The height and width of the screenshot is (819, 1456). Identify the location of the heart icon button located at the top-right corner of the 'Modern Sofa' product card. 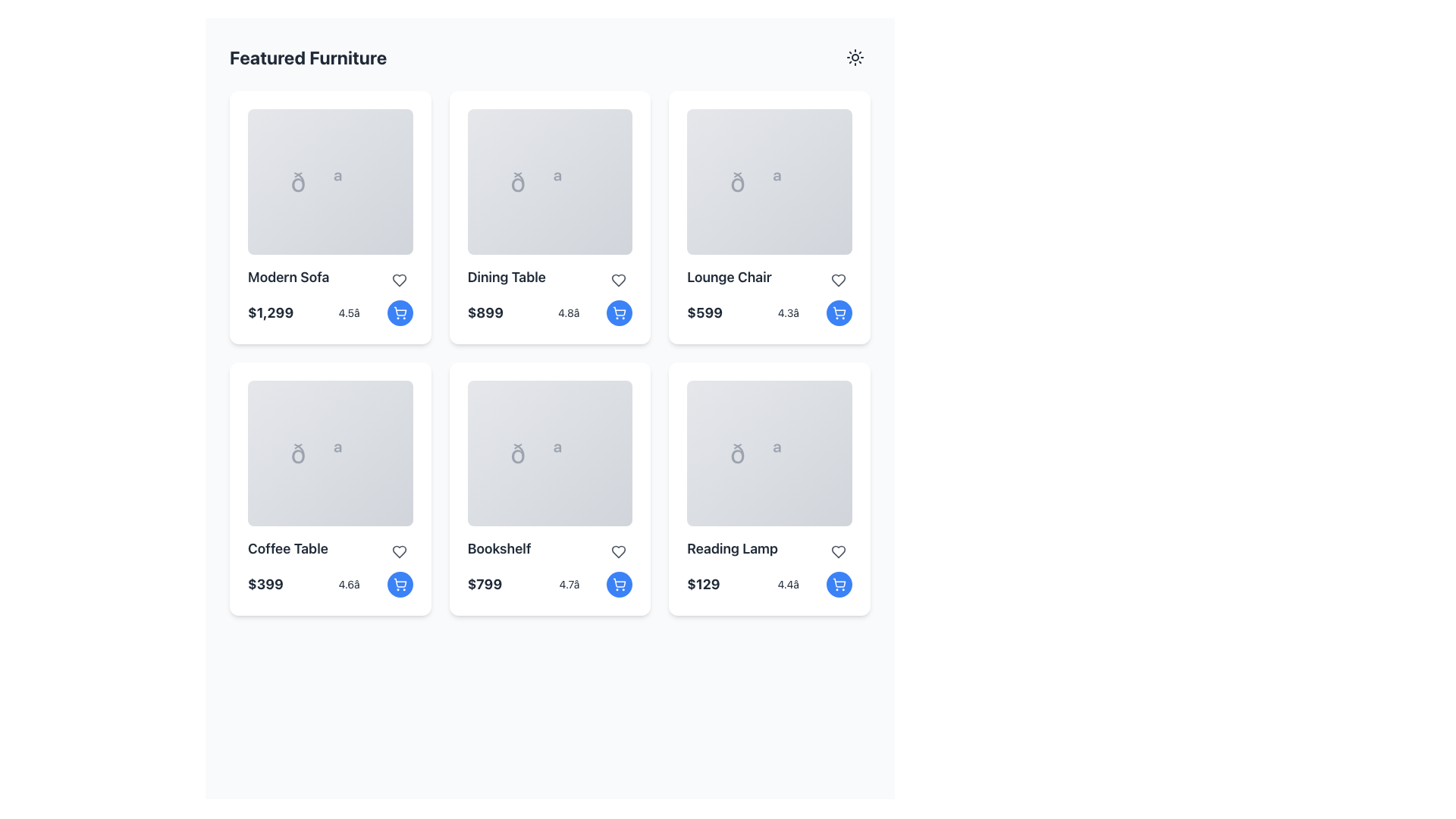
(399, 281).